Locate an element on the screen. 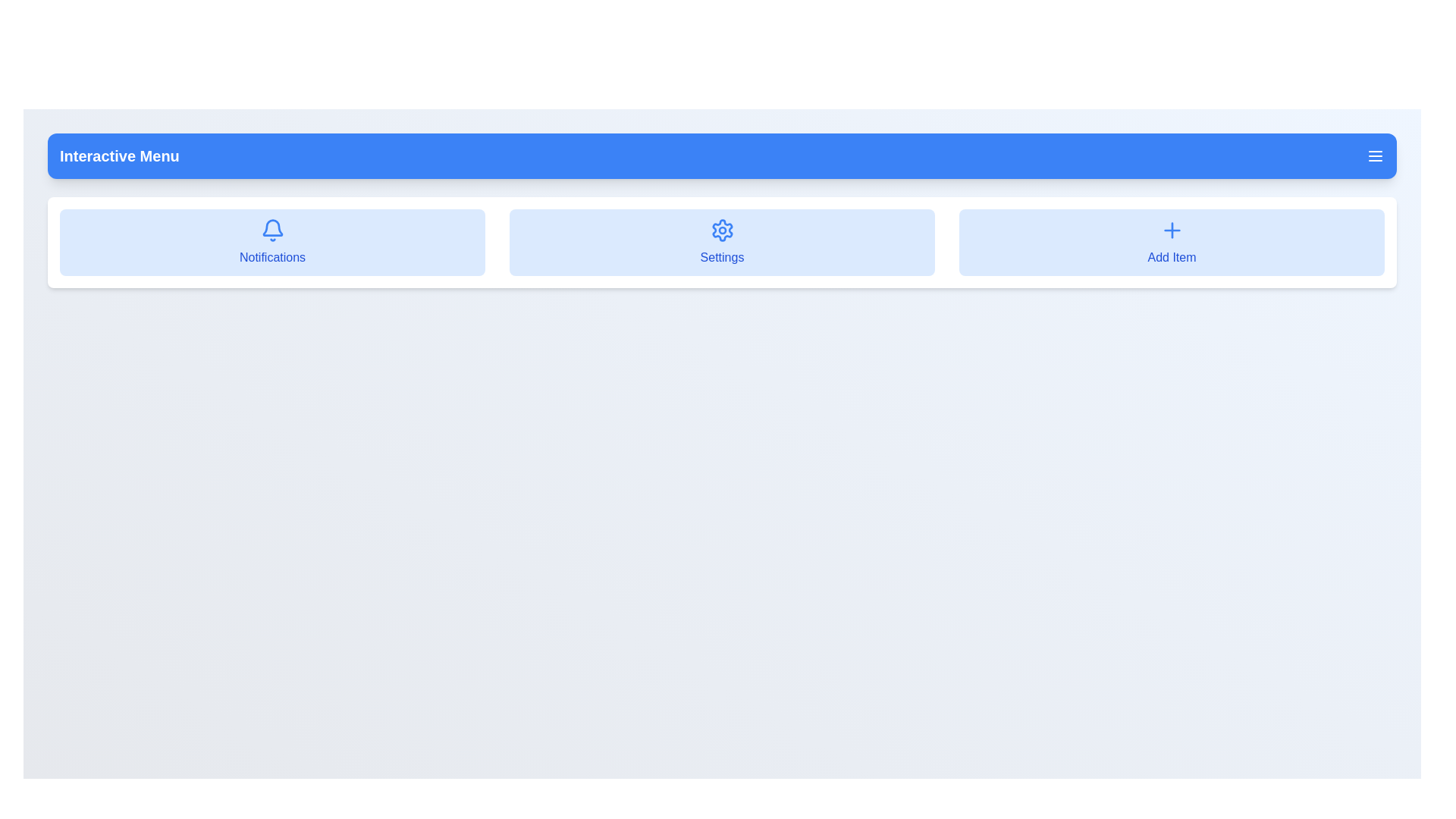 The image size is (1456, 819). the menu toggle button to toggle the menu visibility is located at coordinates (1376, 155).